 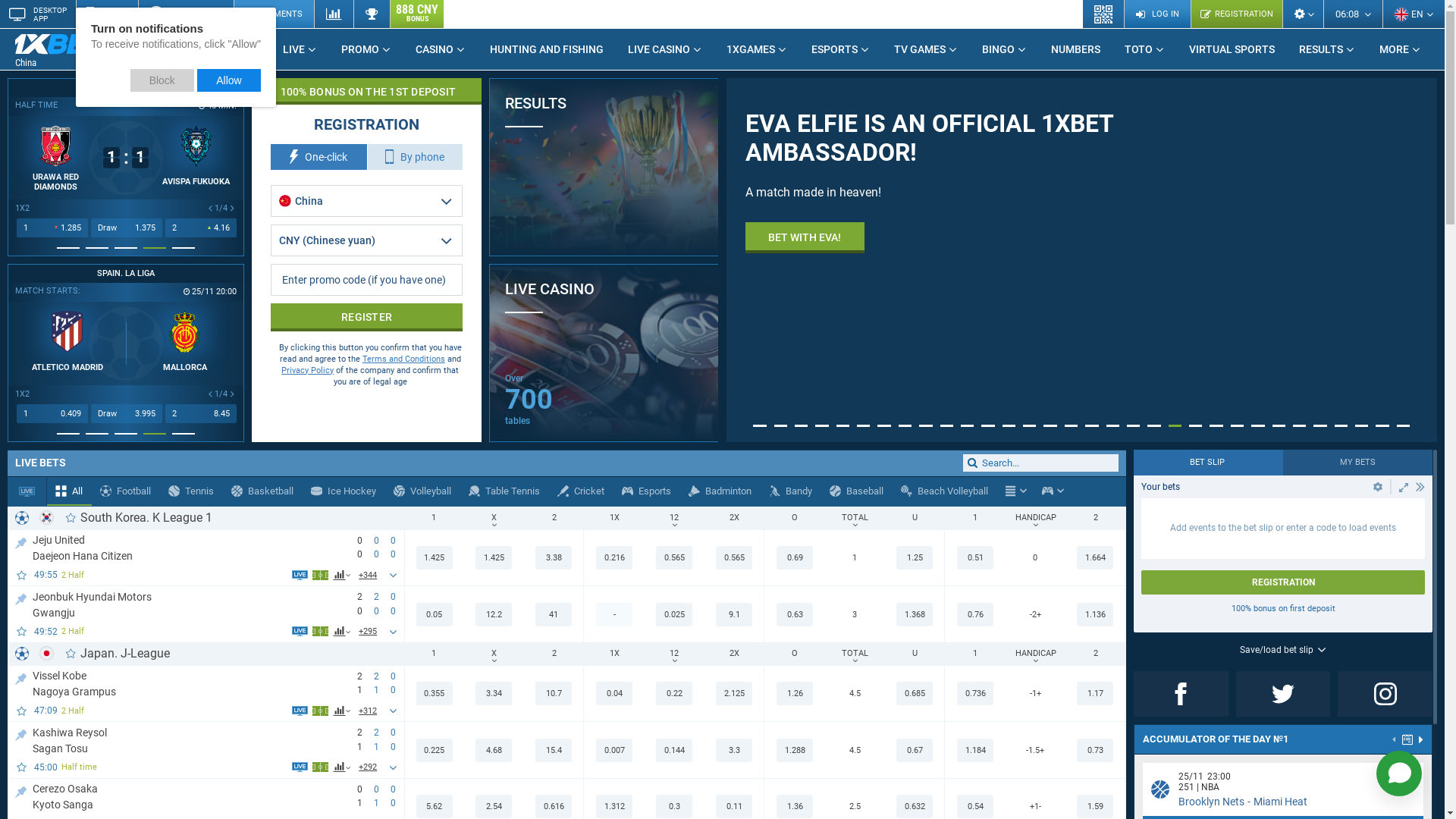 What do you see at coordinates (1420, 739) in the screenshot?
I see `'Next accumulator'` at bounding box center [1420, 739].